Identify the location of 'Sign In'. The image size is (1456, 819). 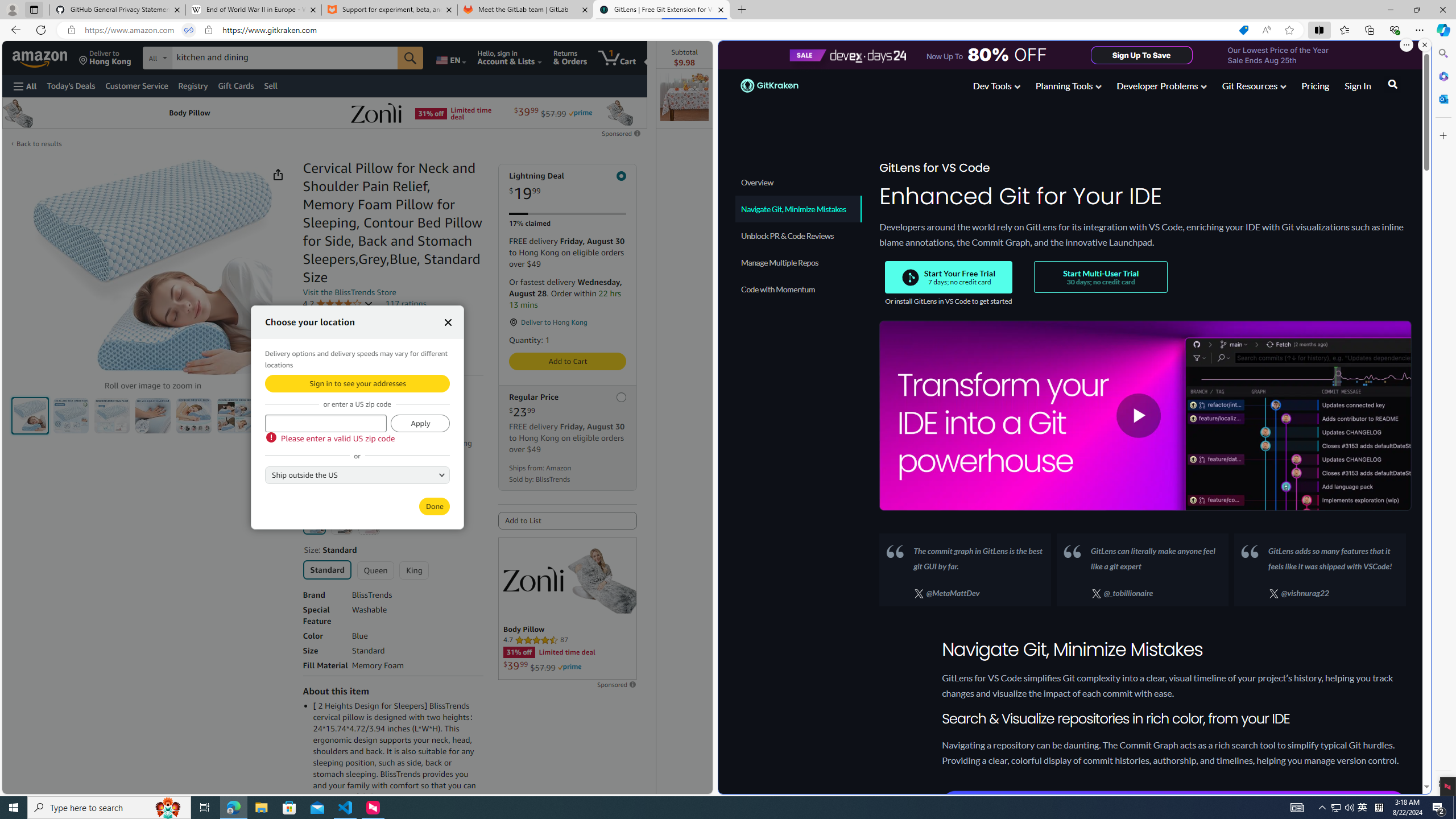
(1357, 87).